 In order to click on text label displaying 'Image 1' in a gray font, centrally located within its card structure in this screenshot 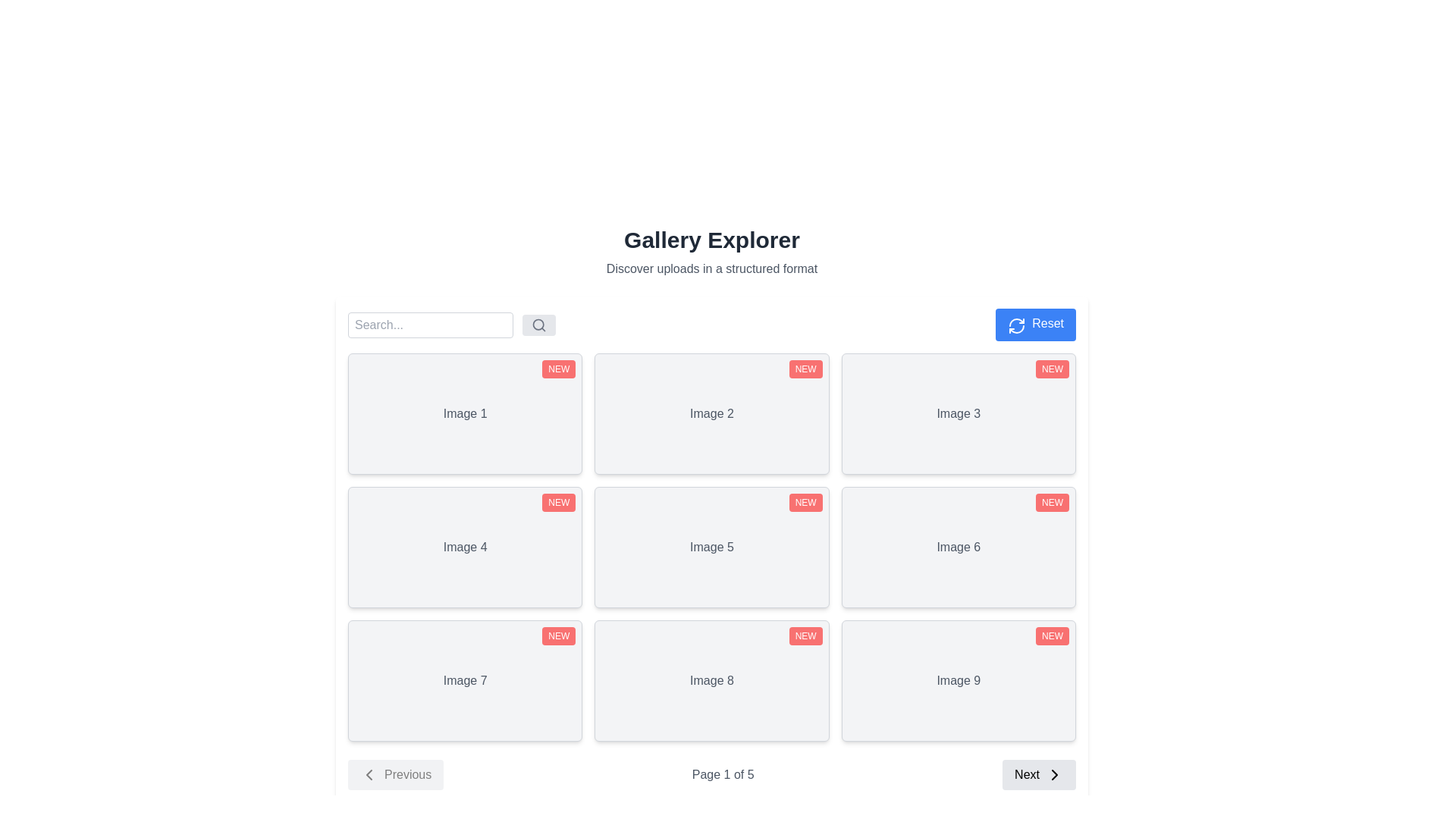, I will do `click(464, 414)`.